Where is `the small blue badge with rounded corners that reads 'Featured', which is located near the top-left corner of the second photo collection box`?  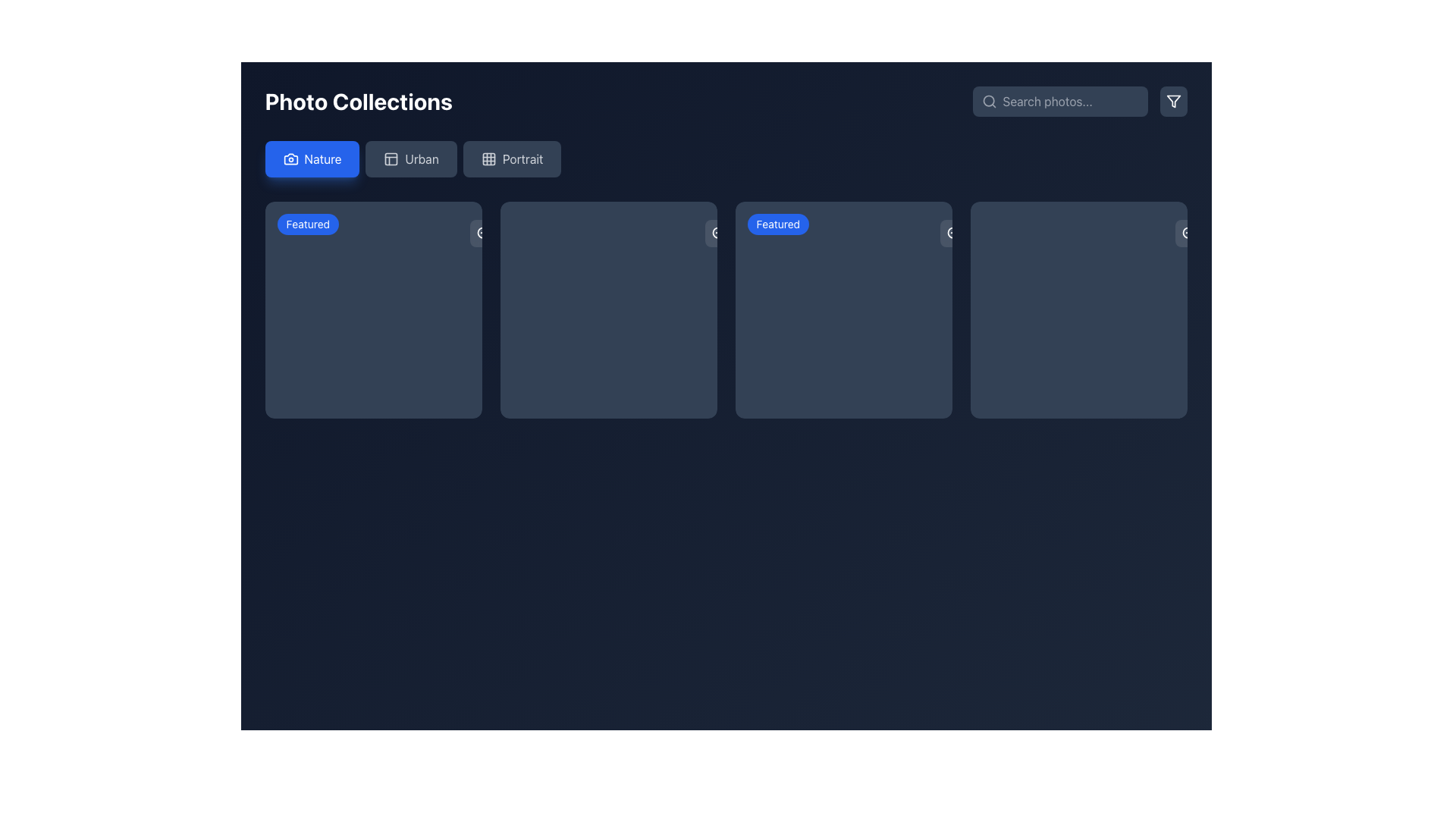 the small blue badge with rounded corners that reads 'Featured', which is located near the top-left corner of the second photo collection box is located at coordinates (778, 224).